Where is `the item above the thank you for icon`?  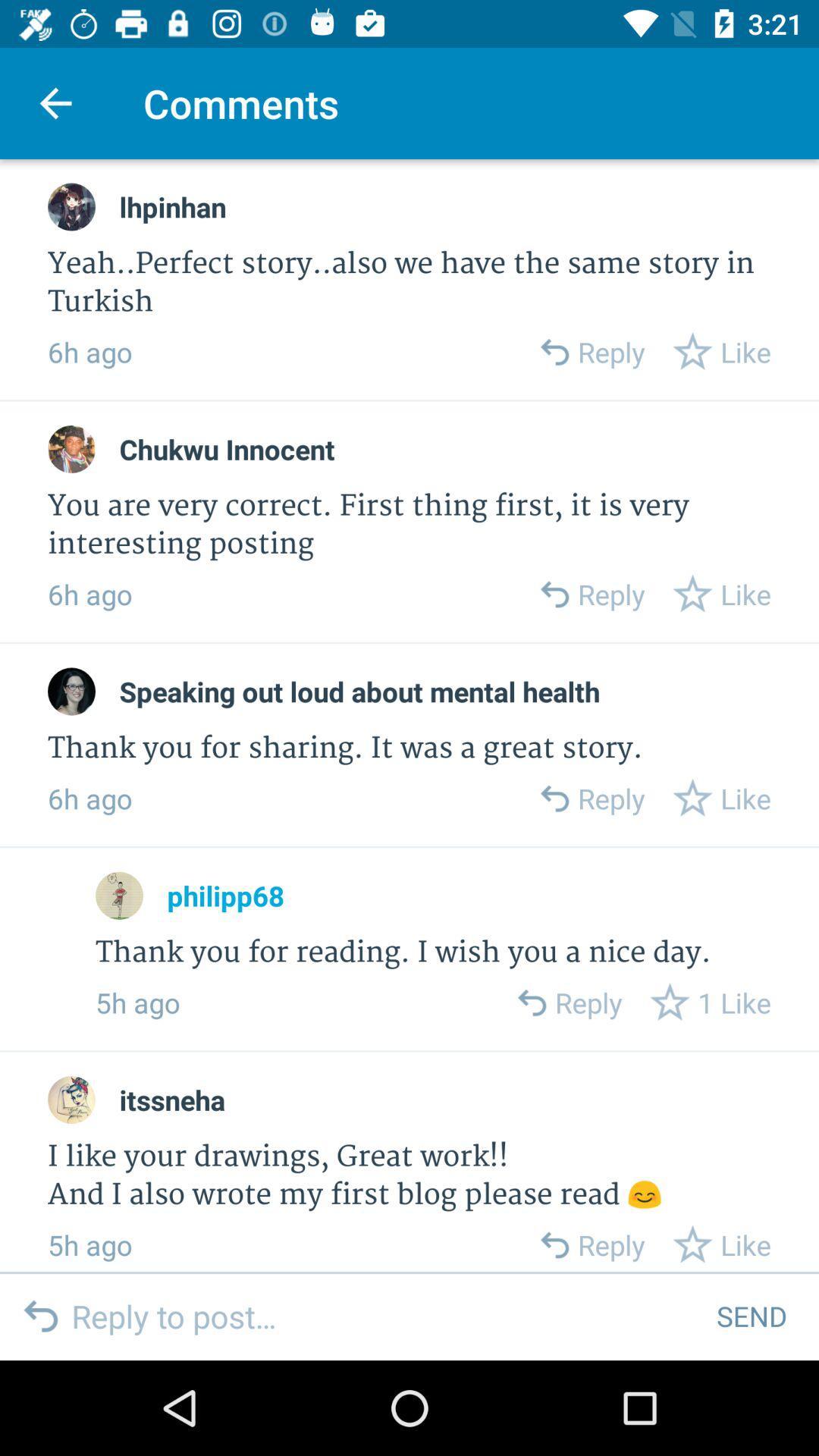
the item above the thank you for icon is located at coordinates (359, 691).